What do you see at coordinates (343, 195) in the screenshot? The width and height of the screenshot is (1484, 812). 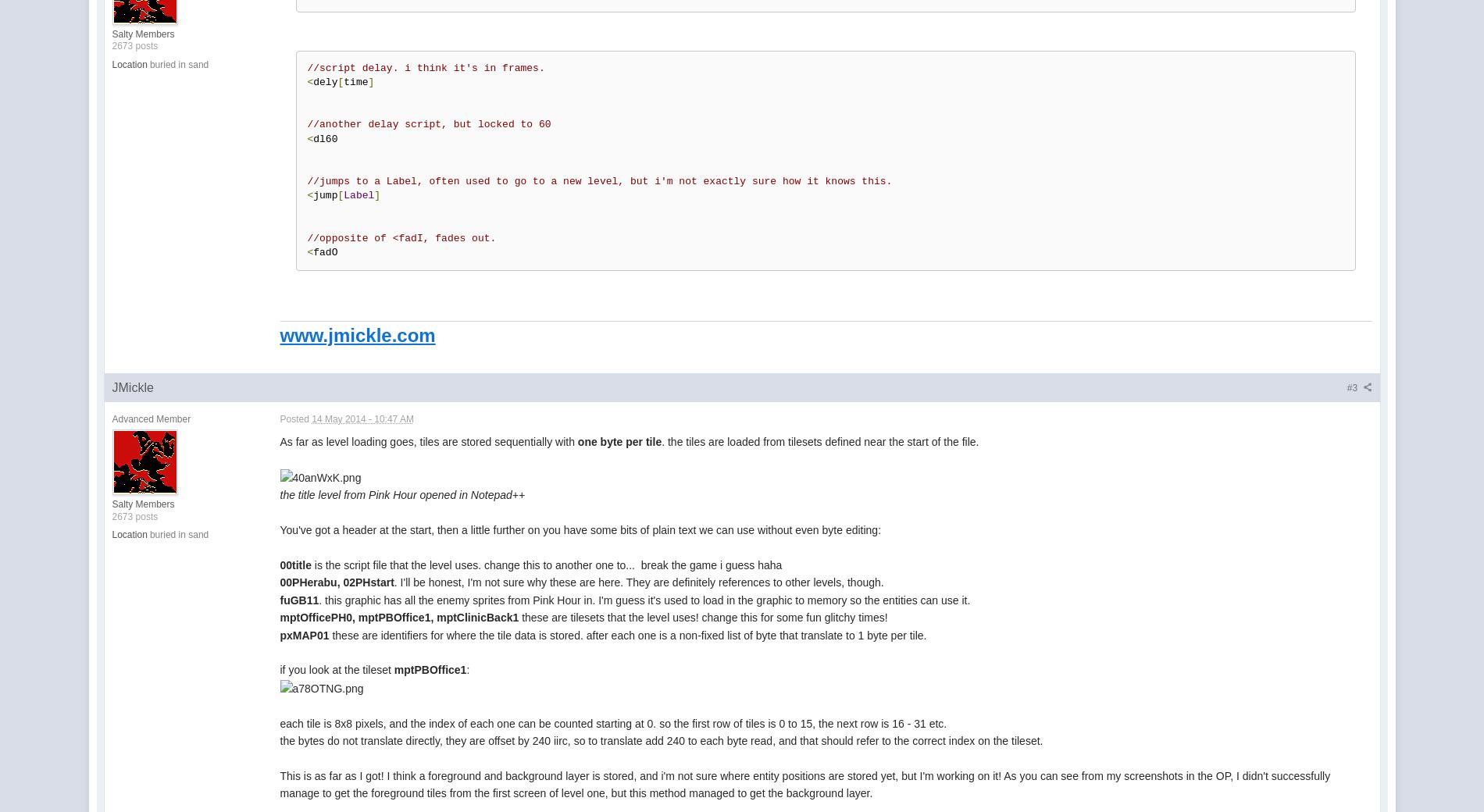 I see `'Label'` at bounding box center [343, 195].